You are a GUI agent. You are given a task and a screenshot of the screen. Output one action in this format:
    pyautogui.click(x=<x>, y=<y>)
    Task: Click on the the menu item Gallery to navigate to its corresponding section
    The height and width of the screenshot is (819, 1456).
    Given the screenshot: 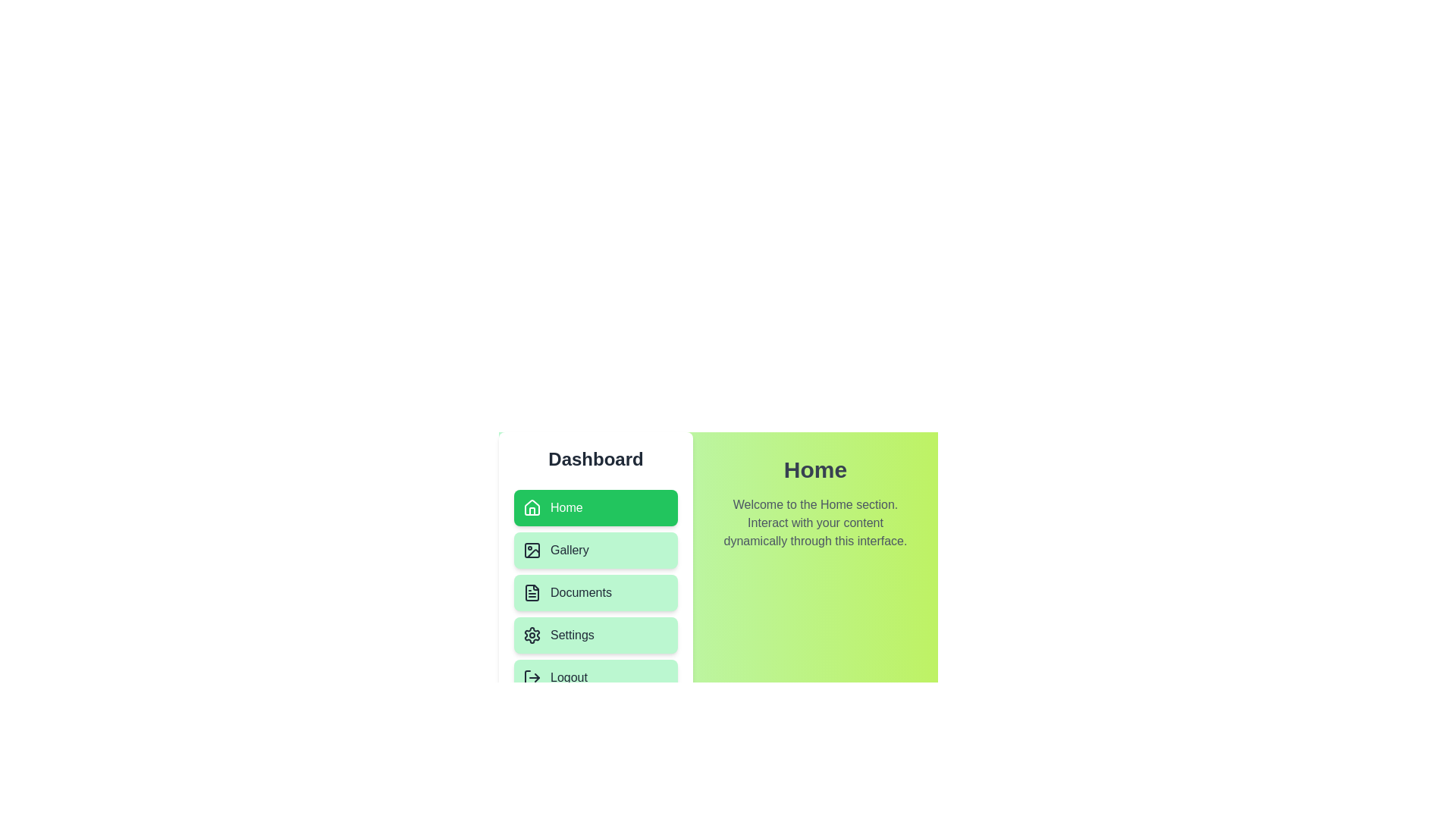 What is the action you would take?
    pyautogui.click(x=595, y=550)
    